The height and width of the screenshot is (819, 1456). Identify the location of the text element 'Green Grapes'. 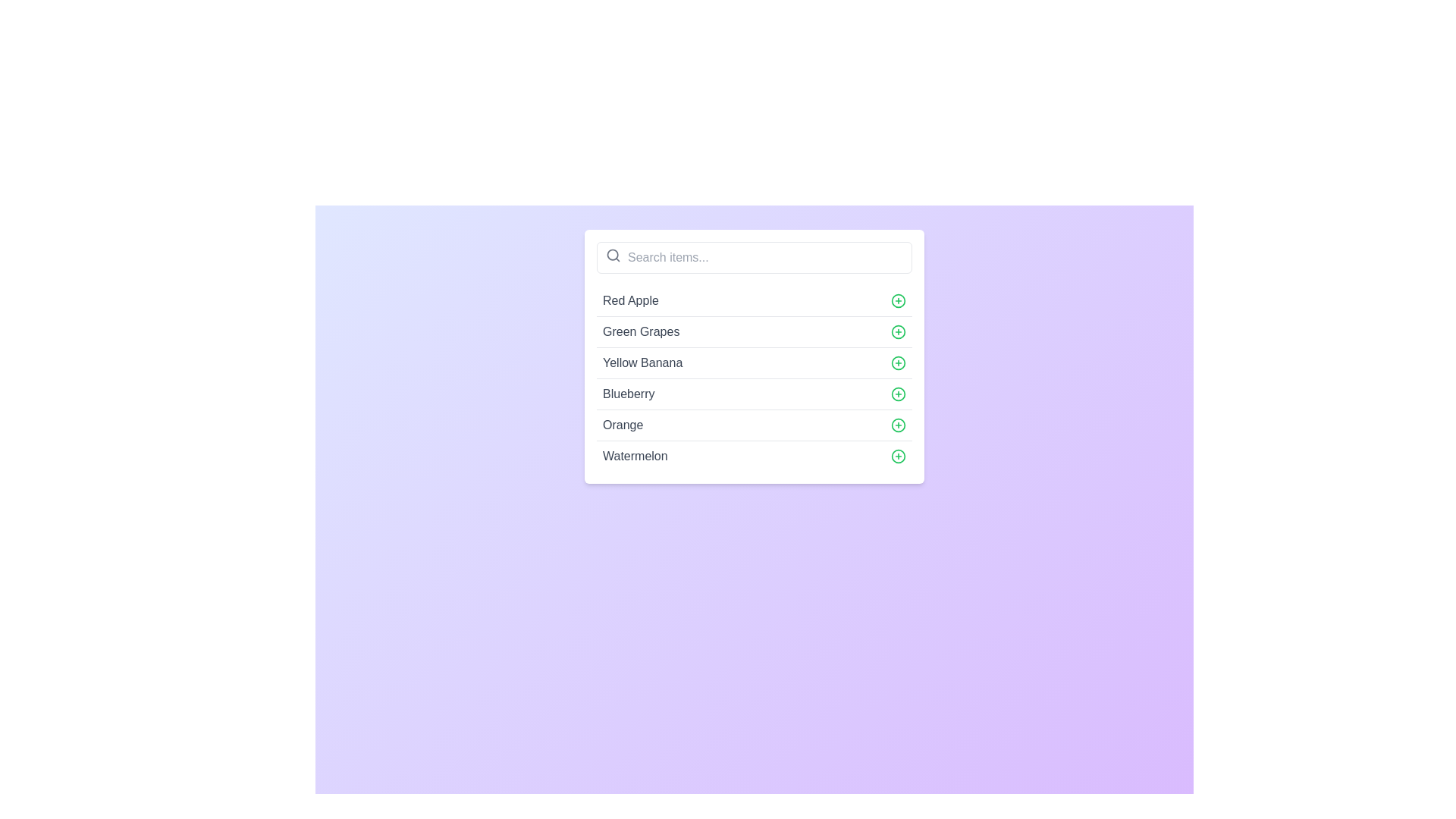
(641, 331).